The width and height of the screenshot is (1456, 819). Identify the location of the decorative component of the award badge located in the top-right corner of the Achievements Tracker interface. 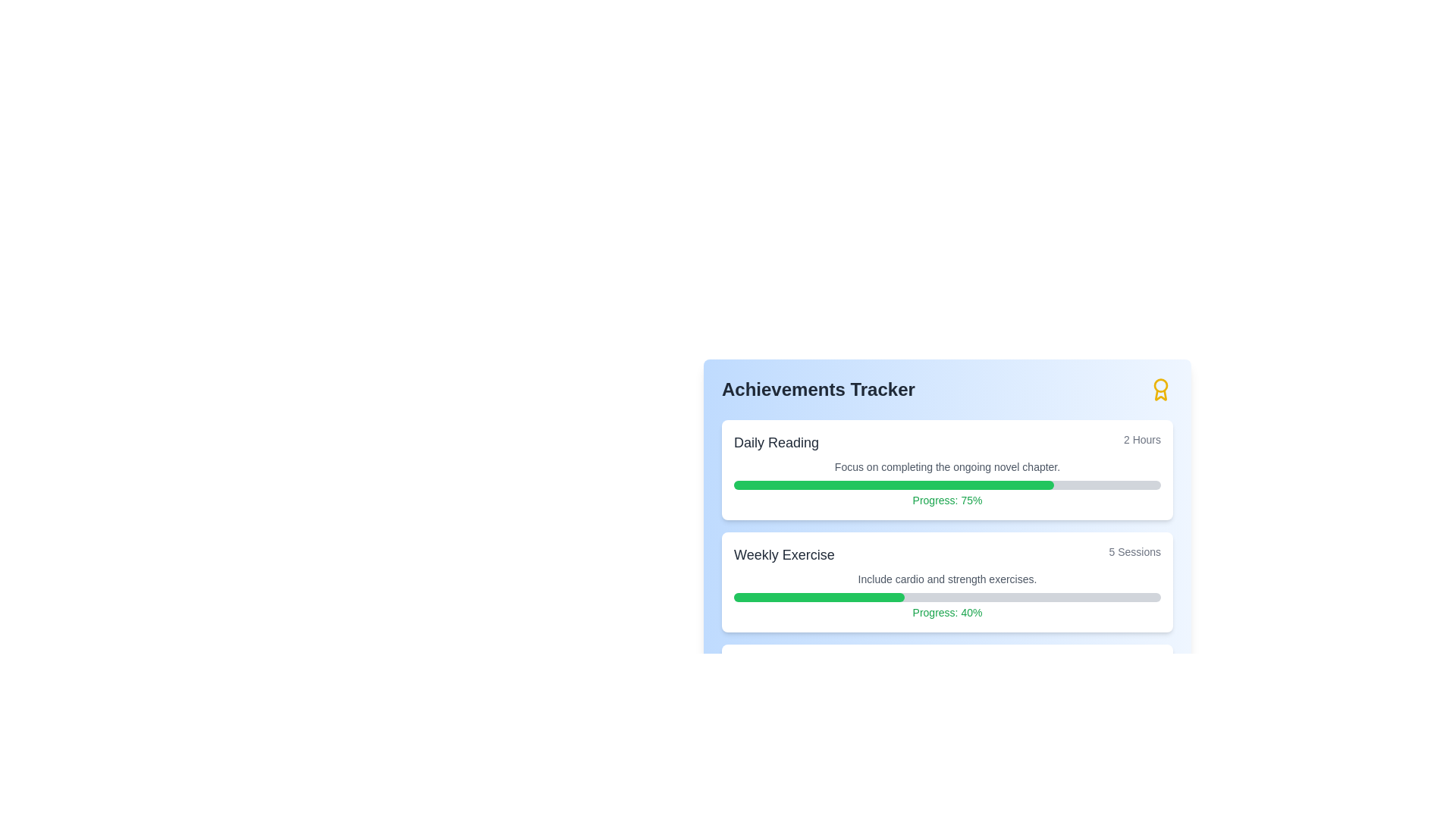
(1160, 384).